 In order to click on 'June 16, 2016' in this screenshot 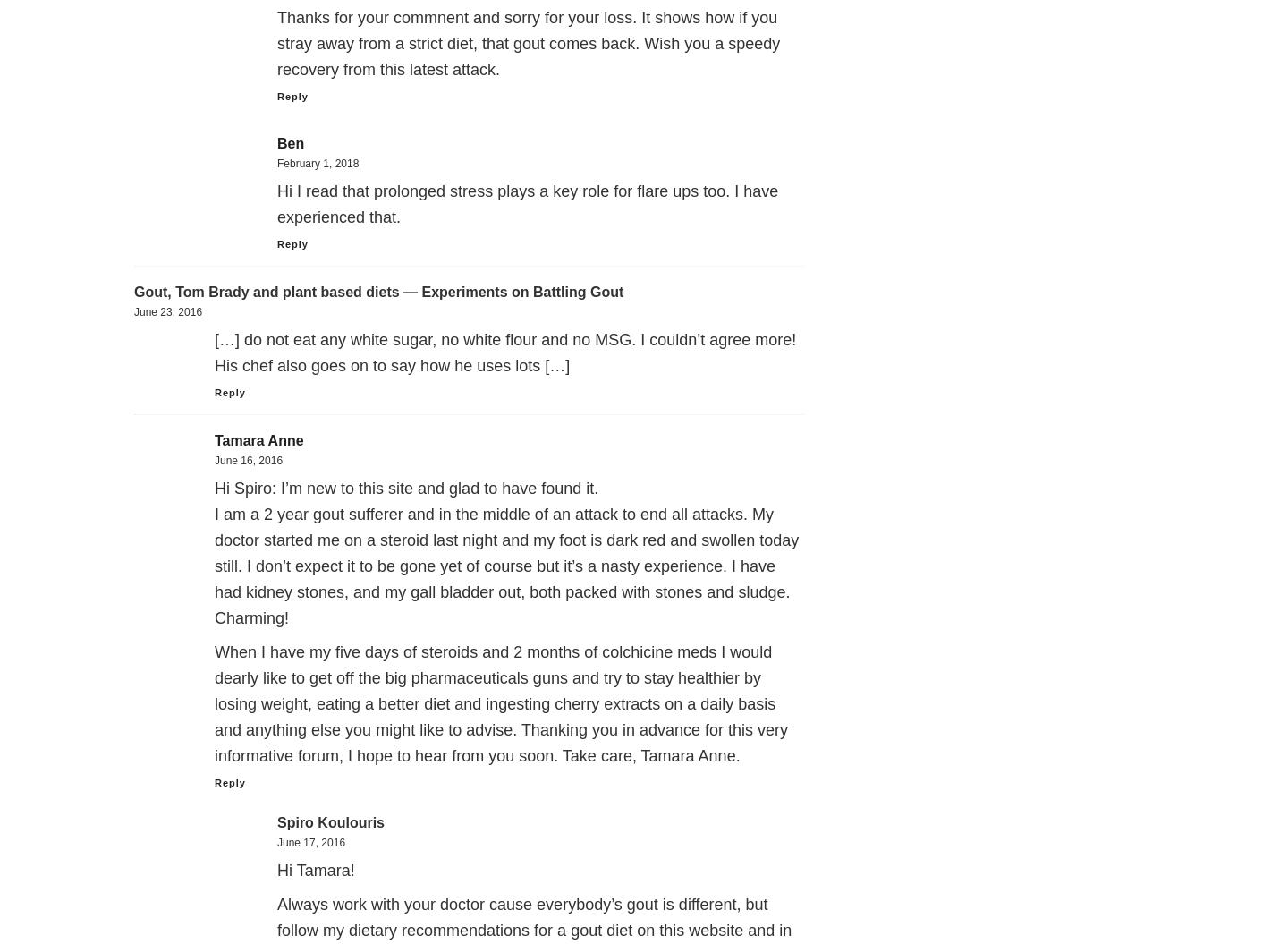, I will do `click(248, 461)`.